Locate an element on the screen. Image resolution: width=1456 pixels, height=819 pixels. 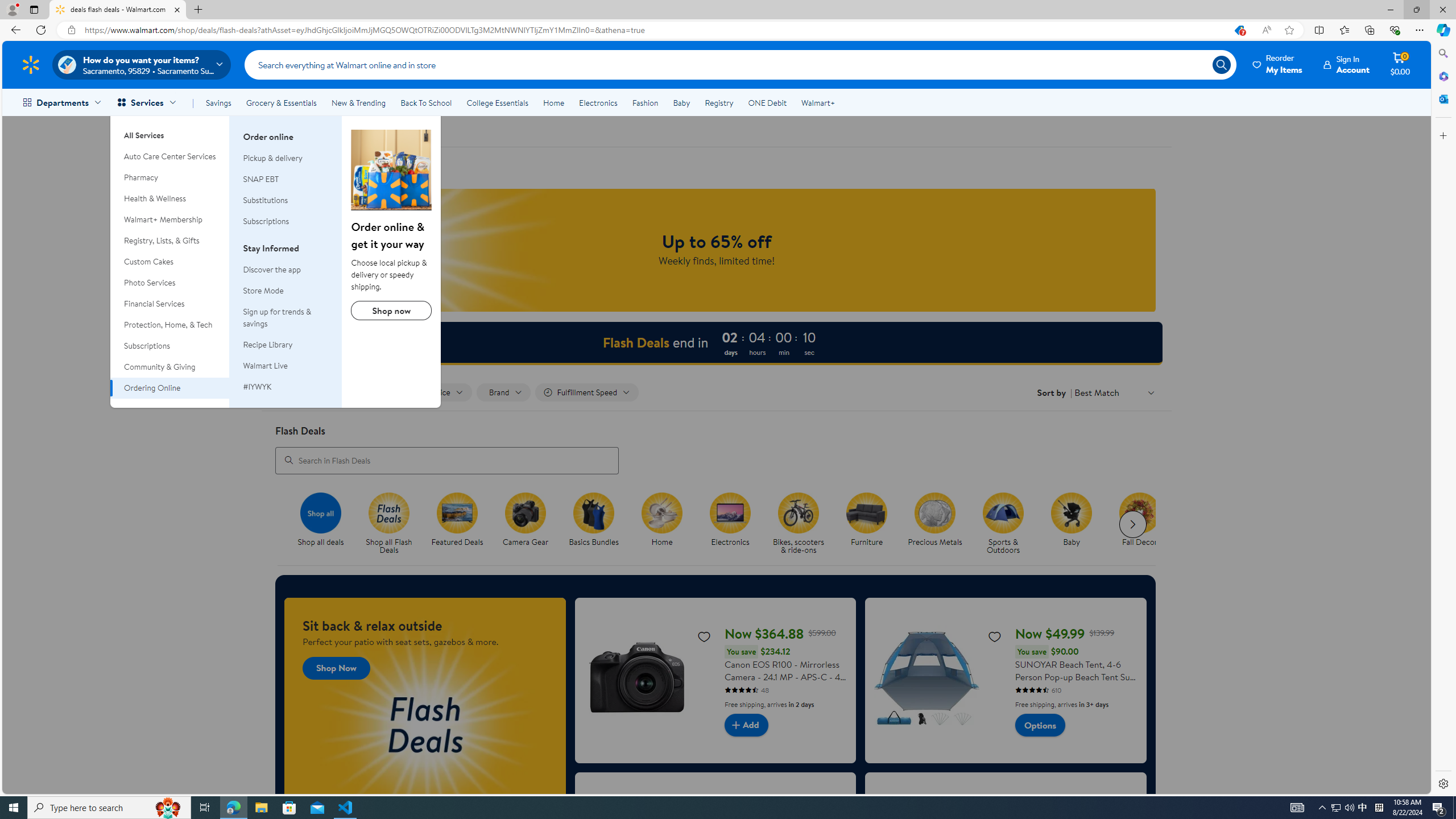
'Shop all' is located at coordinates (320, 512).